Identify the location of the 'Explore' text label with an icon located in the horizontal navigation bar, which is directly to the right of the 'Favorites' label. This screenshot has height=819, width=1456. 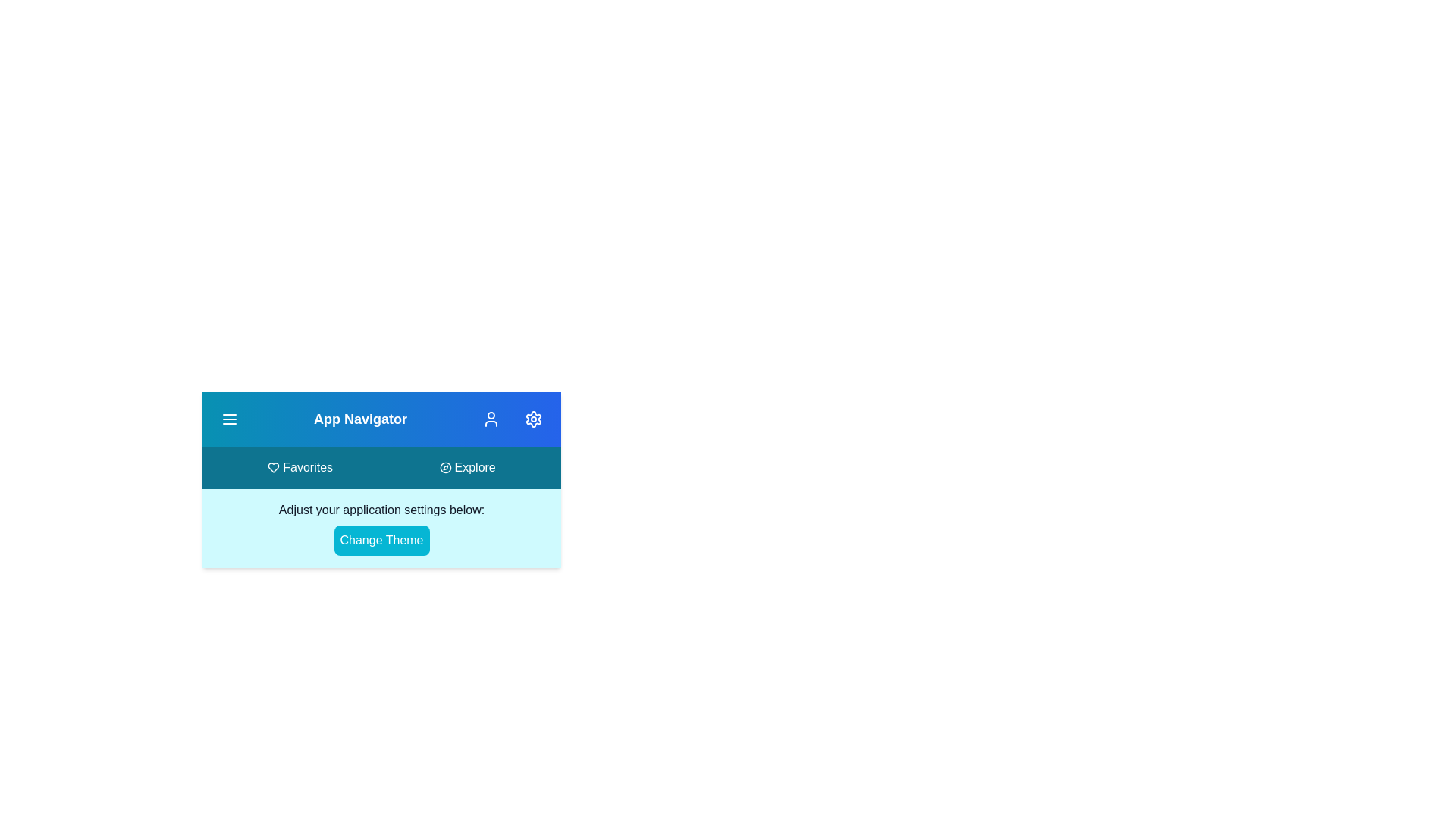
(466, 467).